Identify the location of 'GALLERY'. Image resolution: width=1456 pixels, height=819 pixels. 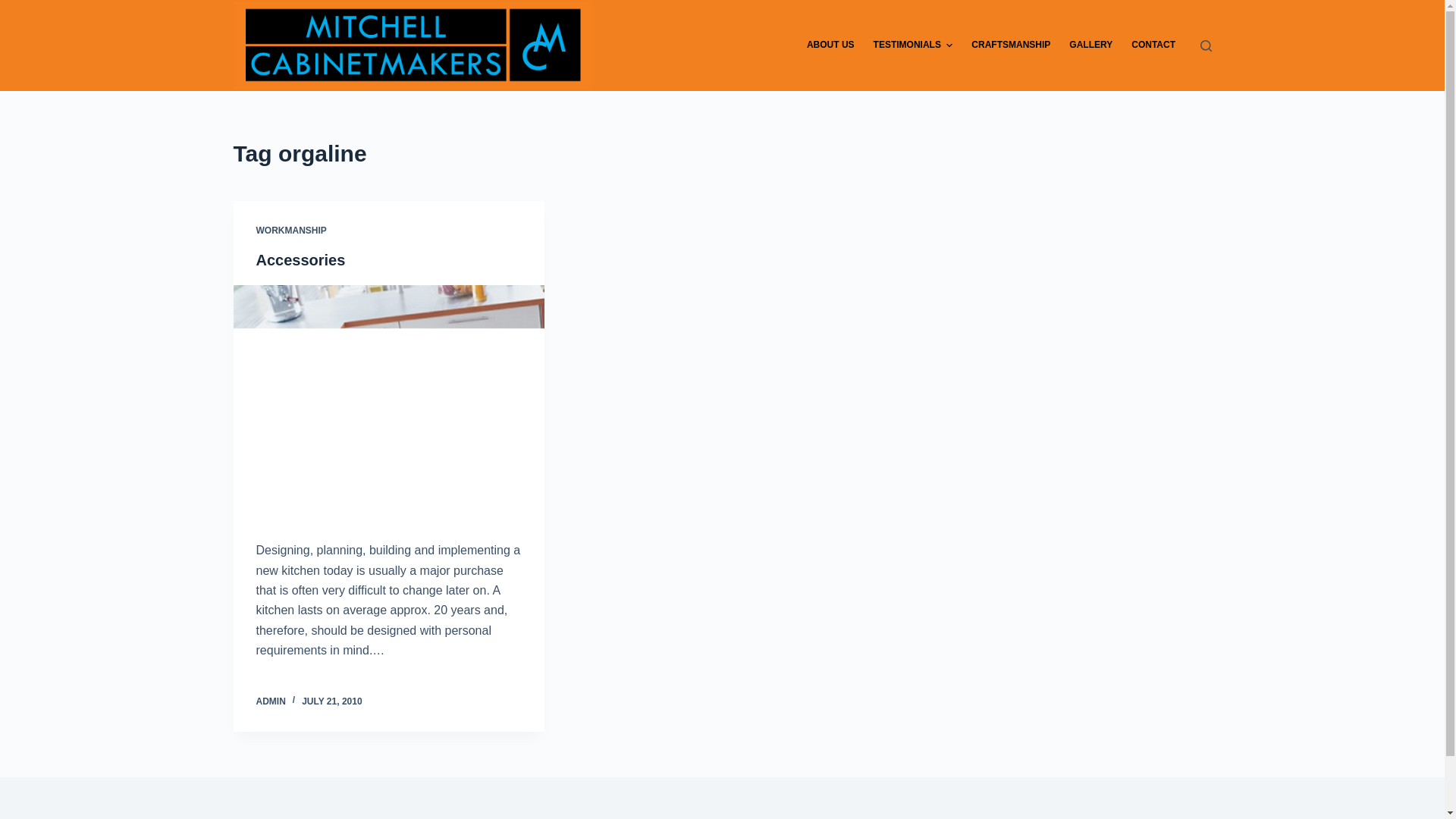
(1090, 45).